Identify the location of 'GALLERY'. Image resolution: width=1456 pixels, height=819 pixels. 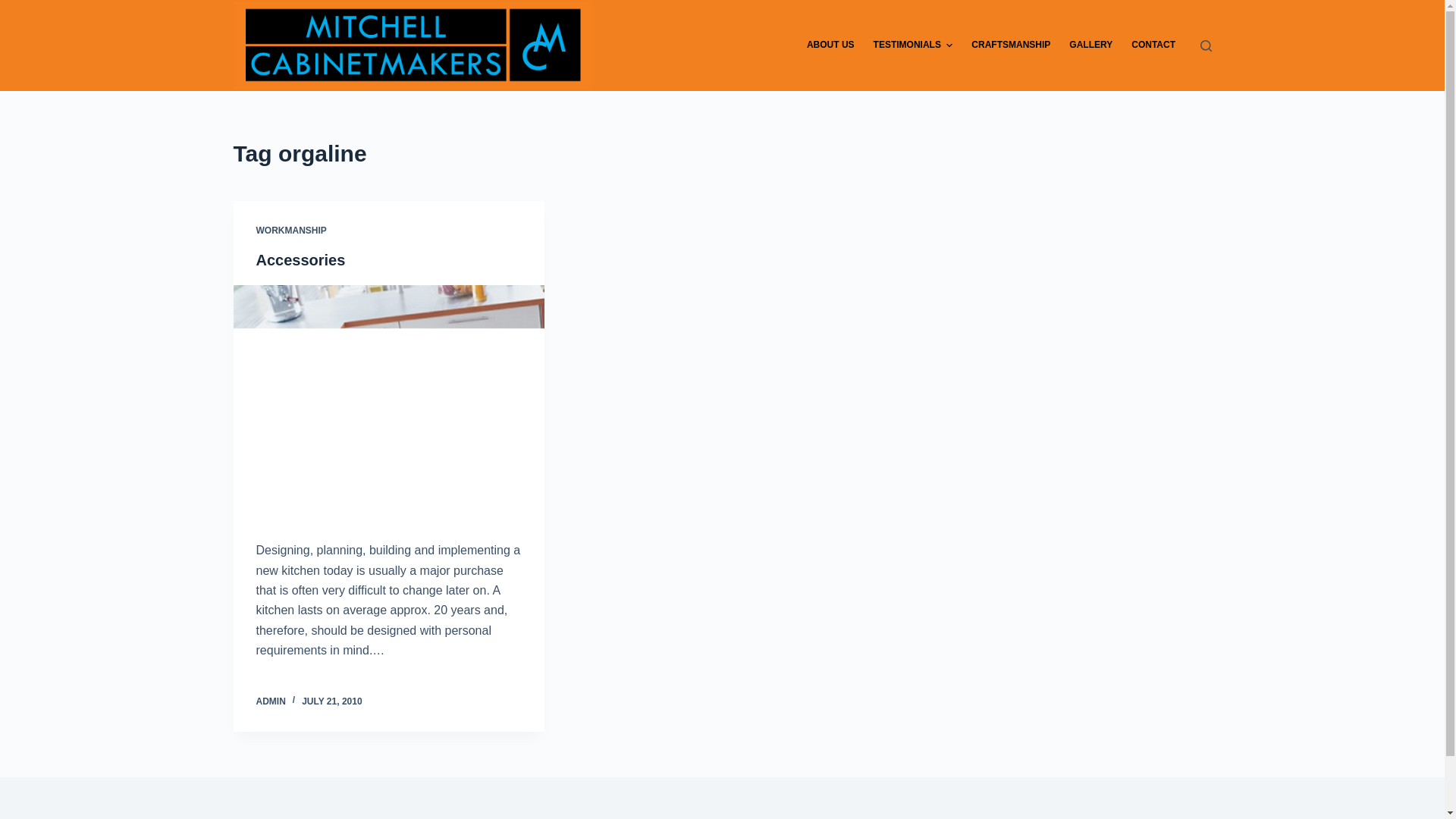
(1090, 45).